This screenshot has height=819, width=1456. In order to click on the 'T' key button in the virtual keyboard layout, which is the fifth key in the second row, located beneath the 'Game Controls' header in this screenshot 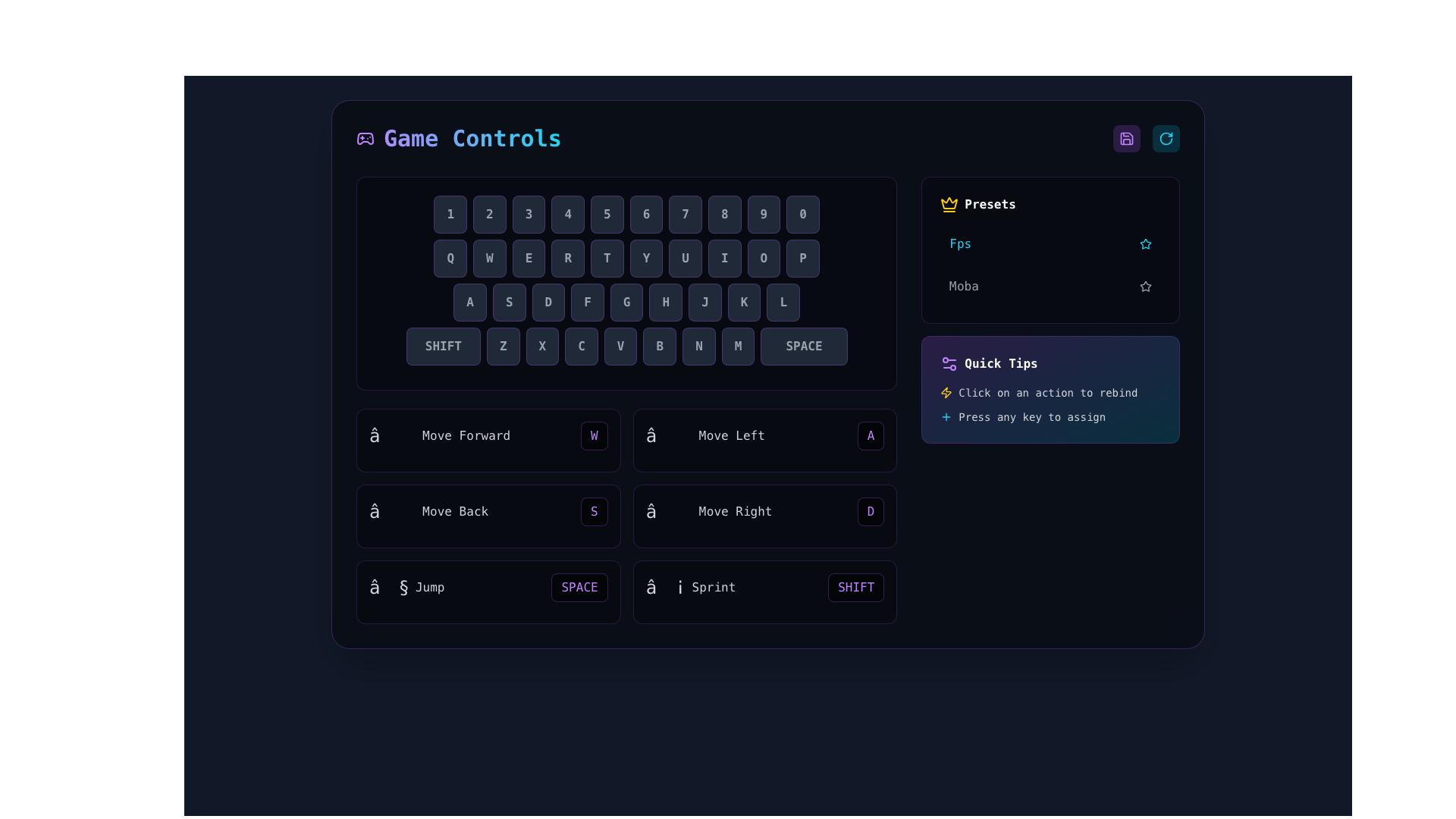, I will do `click(607, 257)`.